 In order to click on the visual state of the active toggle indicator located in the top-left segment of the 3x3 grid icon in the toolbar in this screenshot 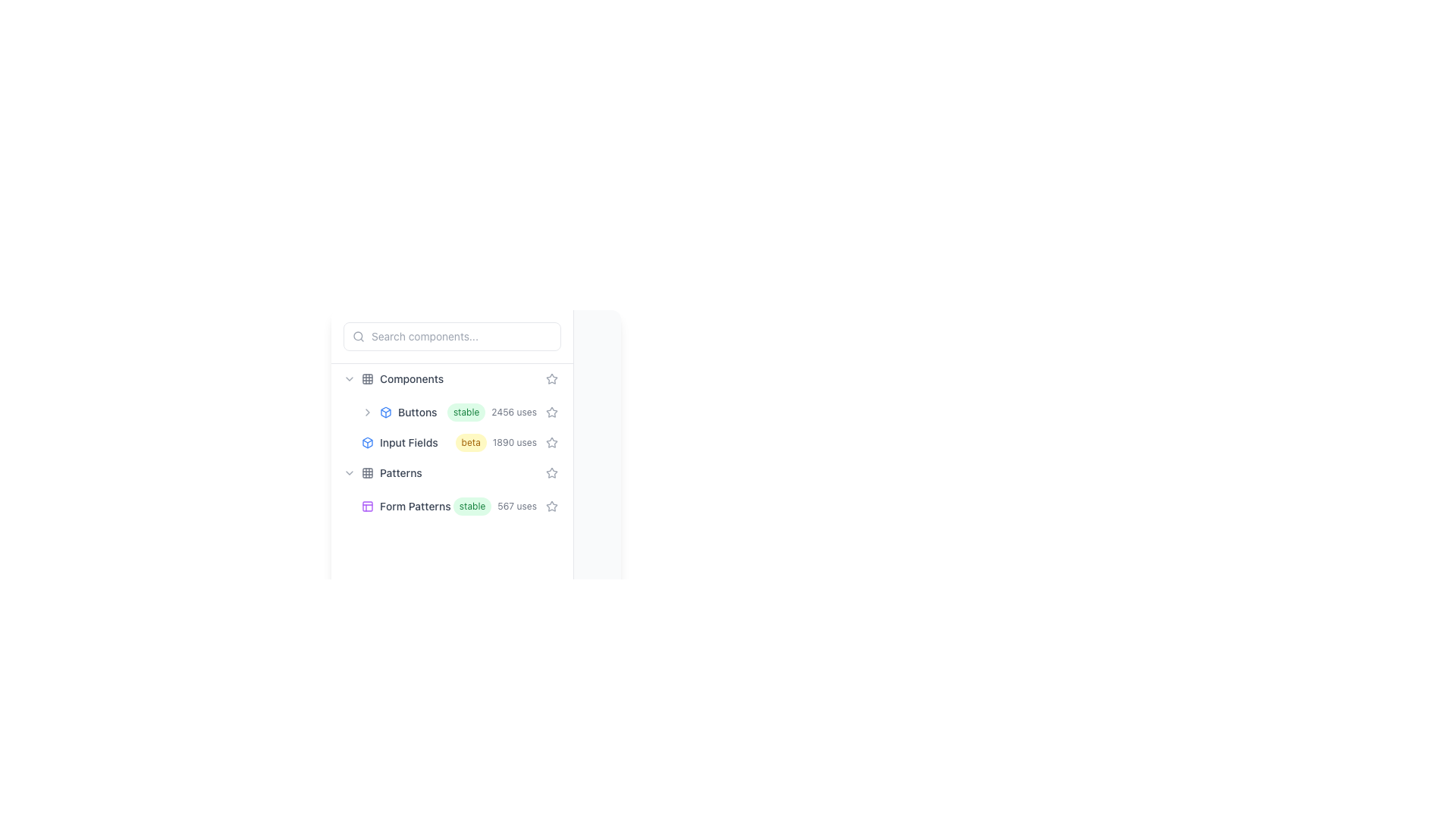, I will do `click(367, 378)`.